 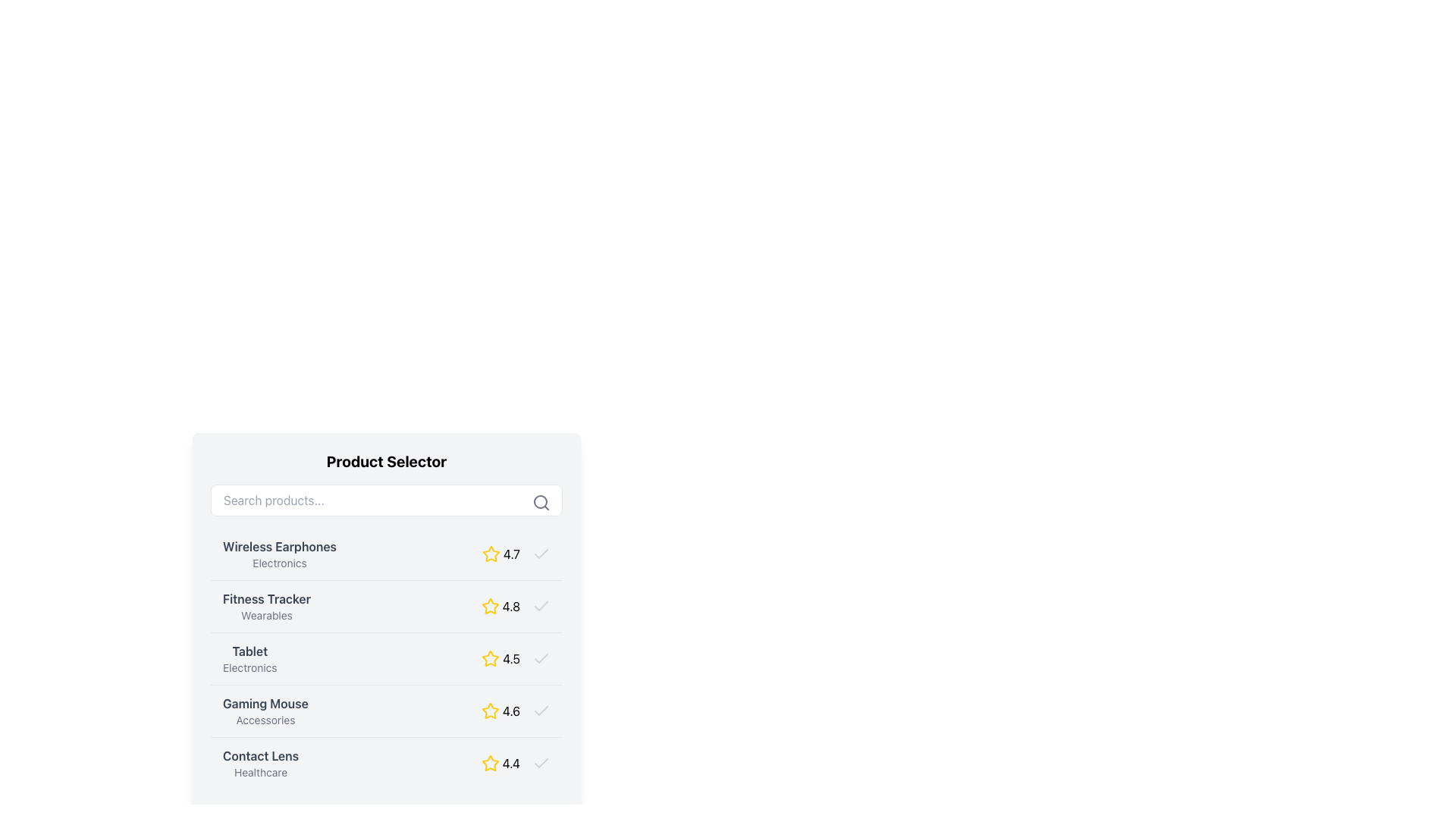 What do you see at coordinates (386, 620) in the screenshot?
I see `the second product list item located in the center of the product selector` at bounding box center [386, 620].